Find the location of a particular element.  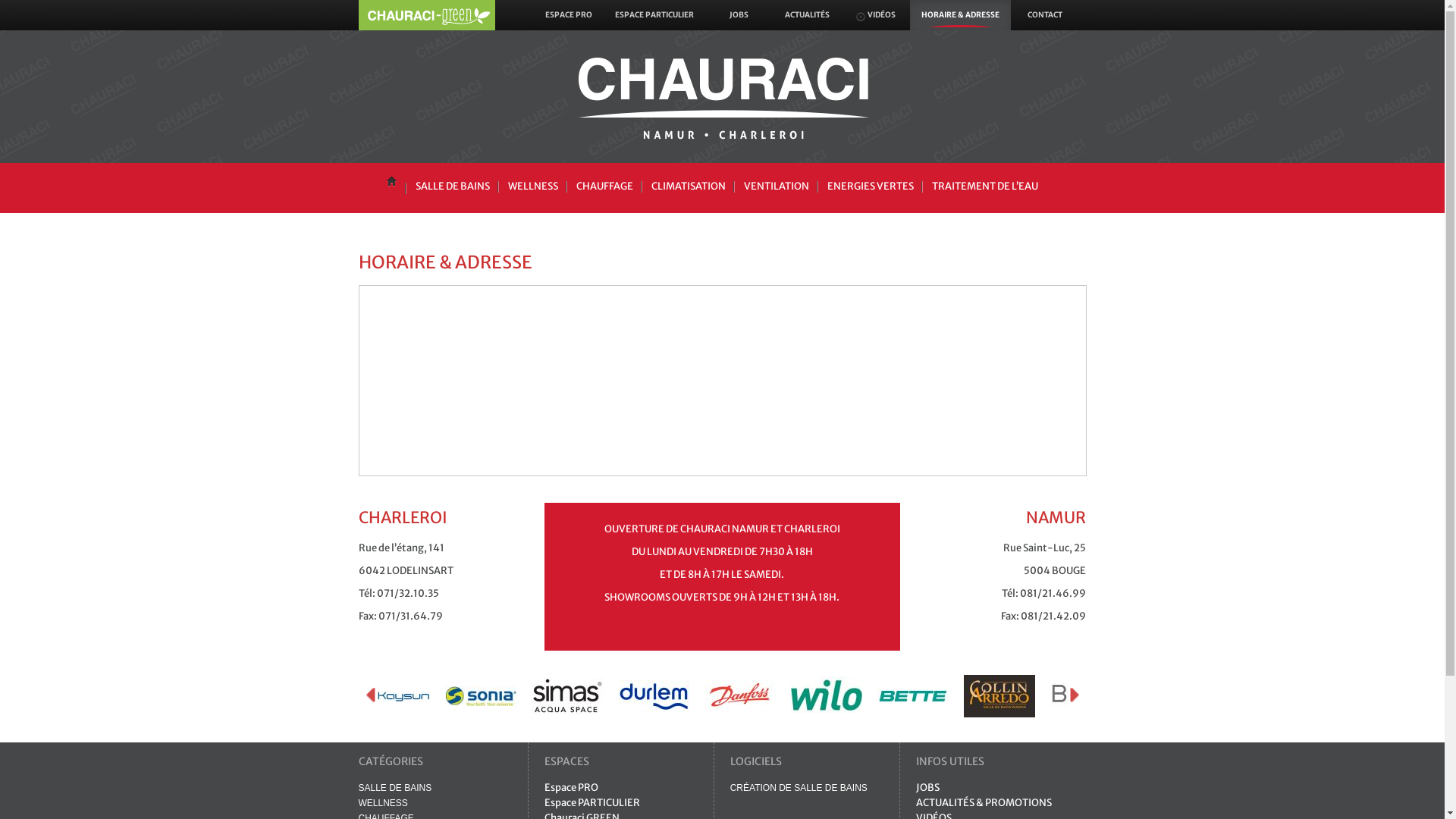

'HORAIRE & ADRESSE' is located at coordinates (959, 14).